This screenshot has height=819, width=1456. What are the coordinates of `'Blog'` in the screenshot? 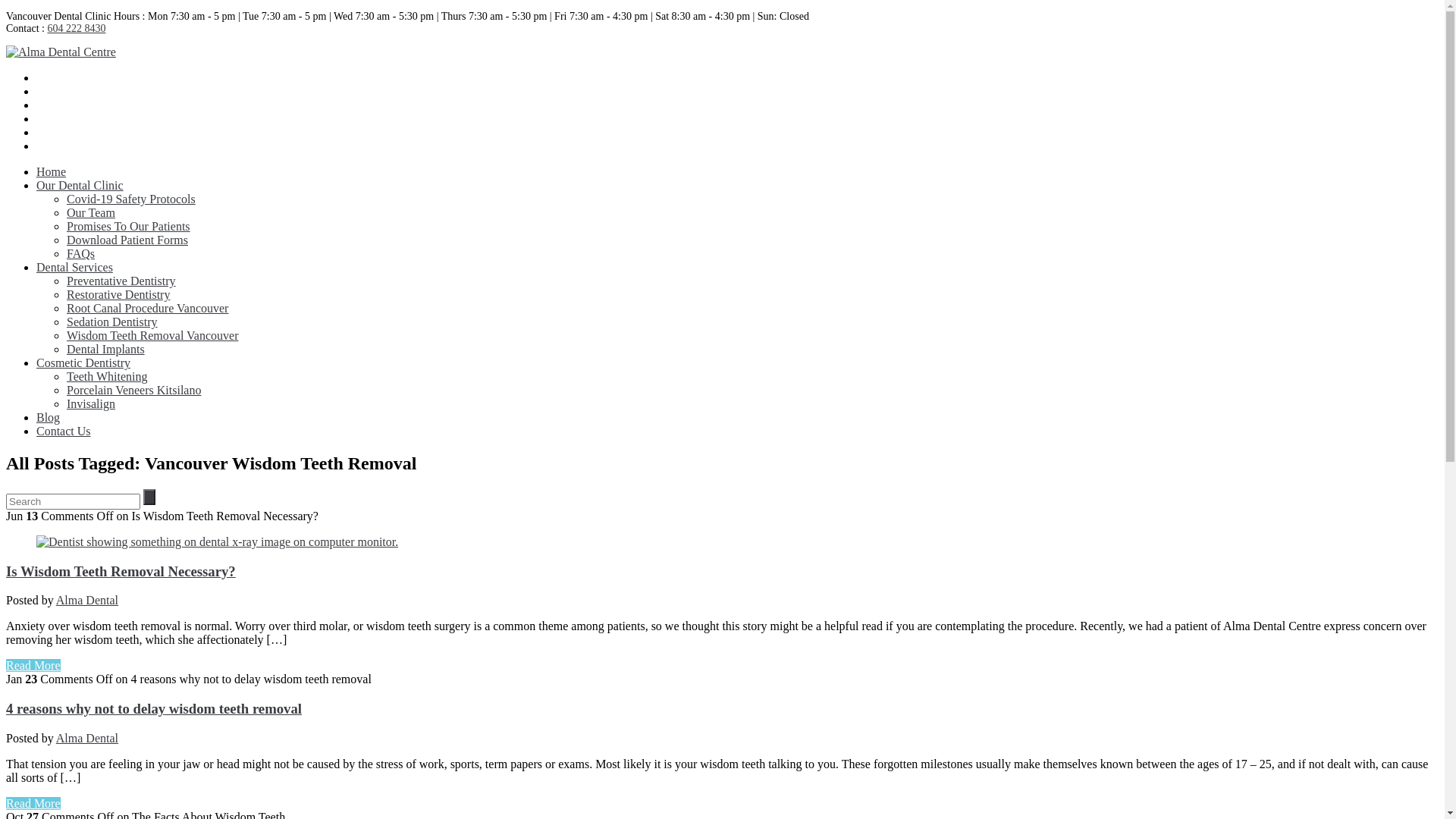 It's located at (48, 417).